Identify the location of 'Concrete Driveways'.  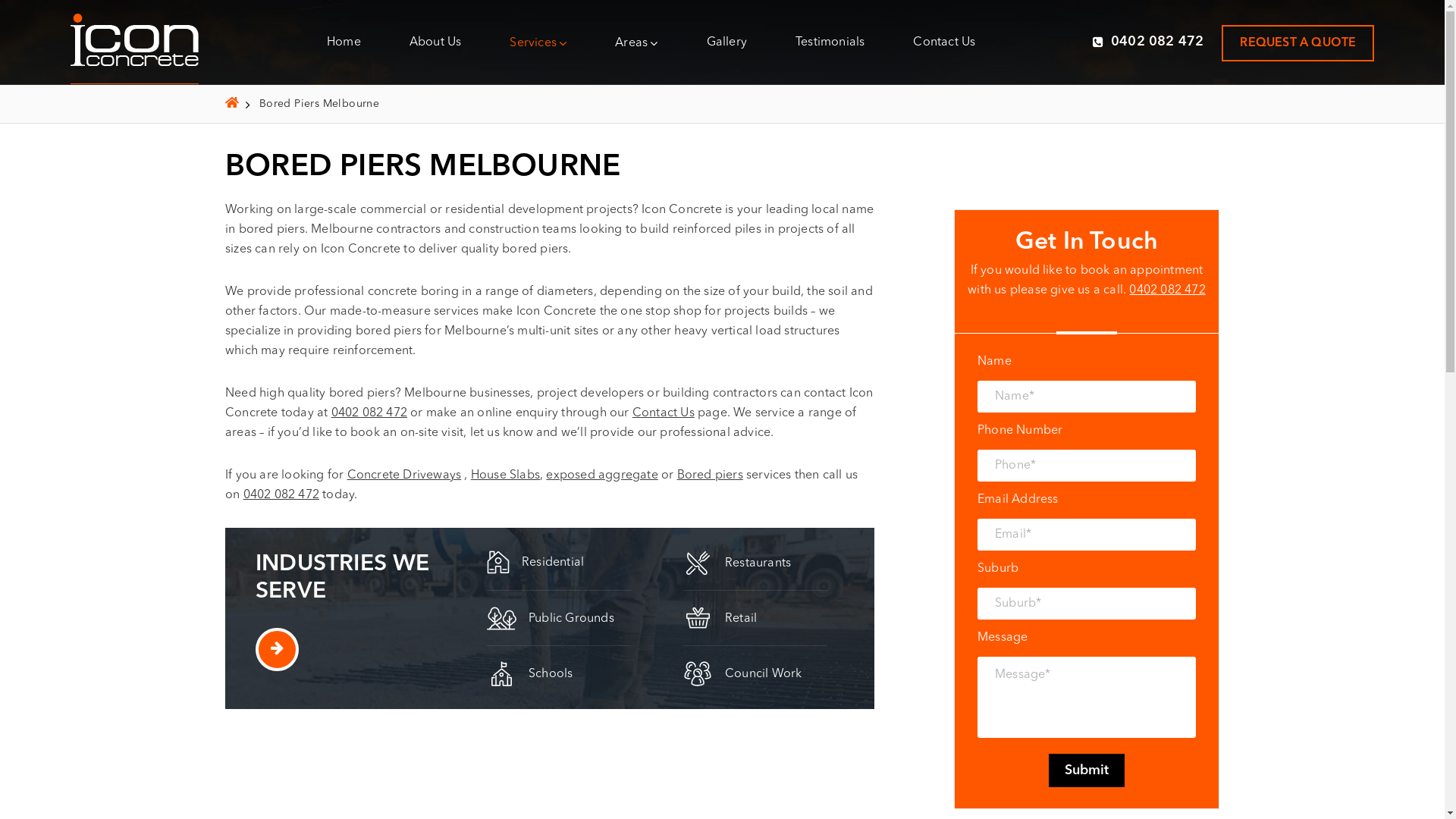
(404, 475).